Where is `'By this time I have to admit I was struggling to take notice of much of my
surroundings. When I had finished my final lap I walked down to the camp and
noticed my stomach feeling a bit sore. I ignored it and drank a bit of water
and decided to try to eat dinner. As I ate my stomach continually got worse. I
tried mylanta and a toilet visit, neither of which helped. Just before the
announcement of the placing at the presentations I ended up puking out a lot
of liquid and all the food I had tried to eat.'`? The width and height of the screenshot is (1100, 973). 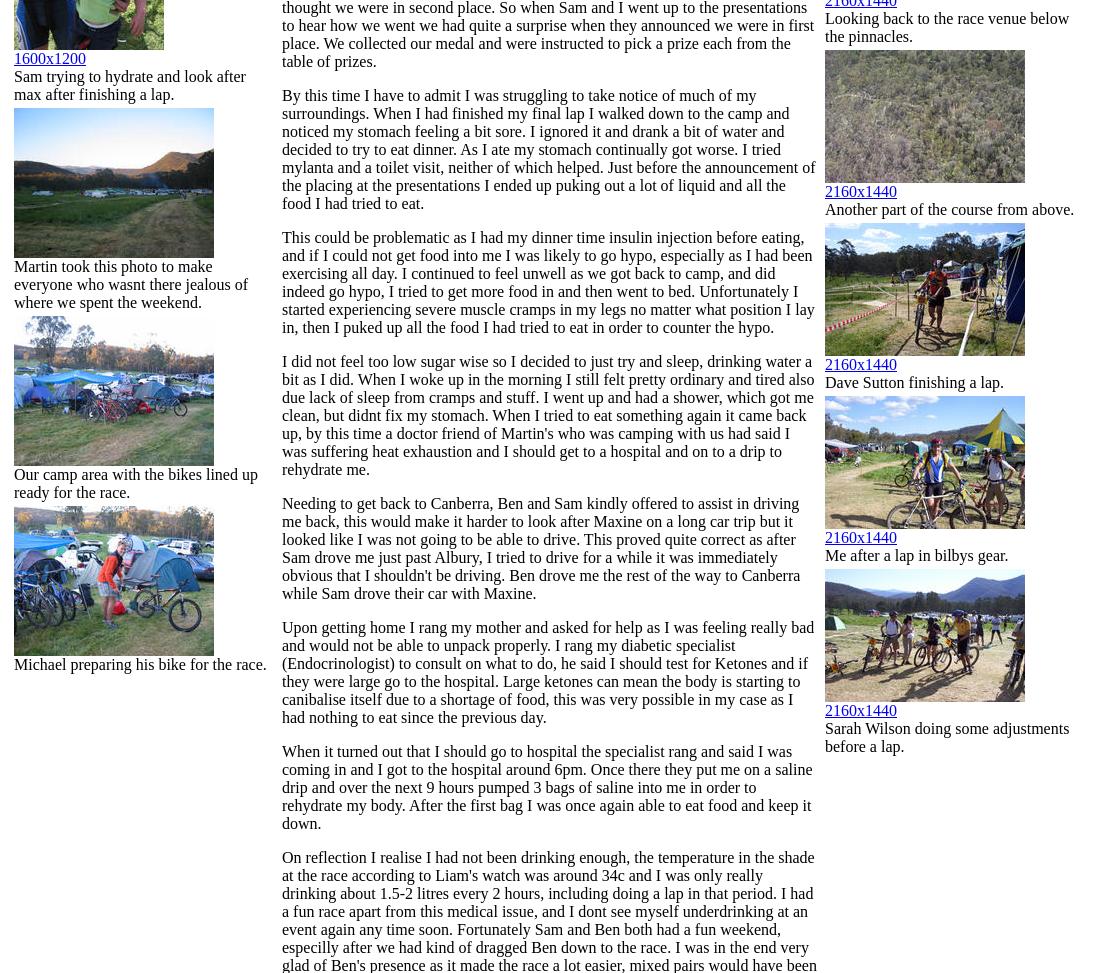 'By this time I have to admit I was struggling to take notice of much of my
surroundings. When I had finished my final lap I walked down to the camp and
noticed my stomach feeling a bit sore. I ignored it and drank a bit of water
and decided to try to eat dinner. As I ate my stomach continually got worse. I
tried mylanta and a toilet visit, neither of which helped. Just before the
announcement of the placing at the presentations I ended up puking out a lot
of liquid and all the food I had tried to eat.' is located at coordinates (548, 149).